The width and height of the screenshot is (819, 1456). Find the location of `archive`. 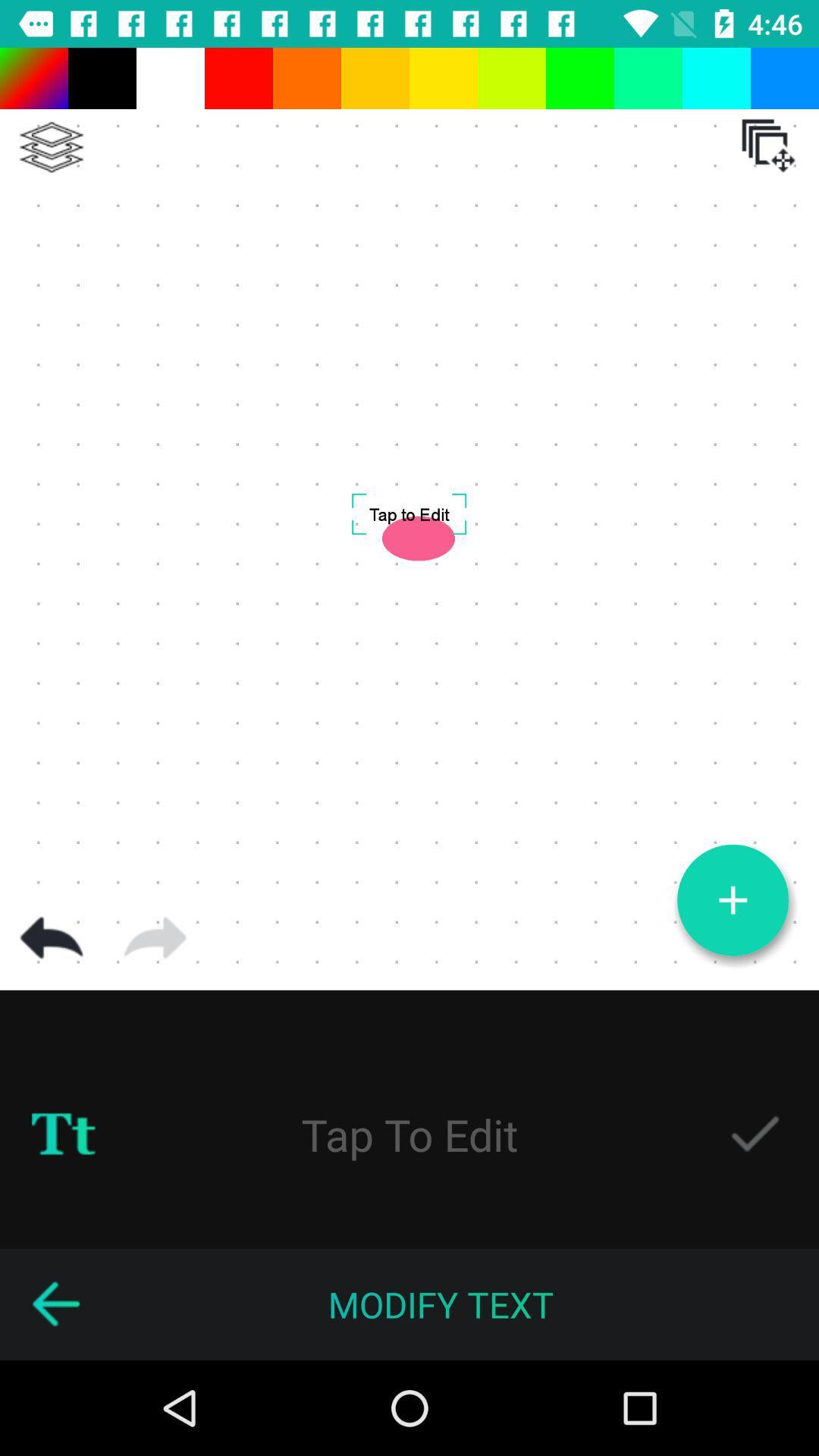

archive is located at coordinates (768, 146).